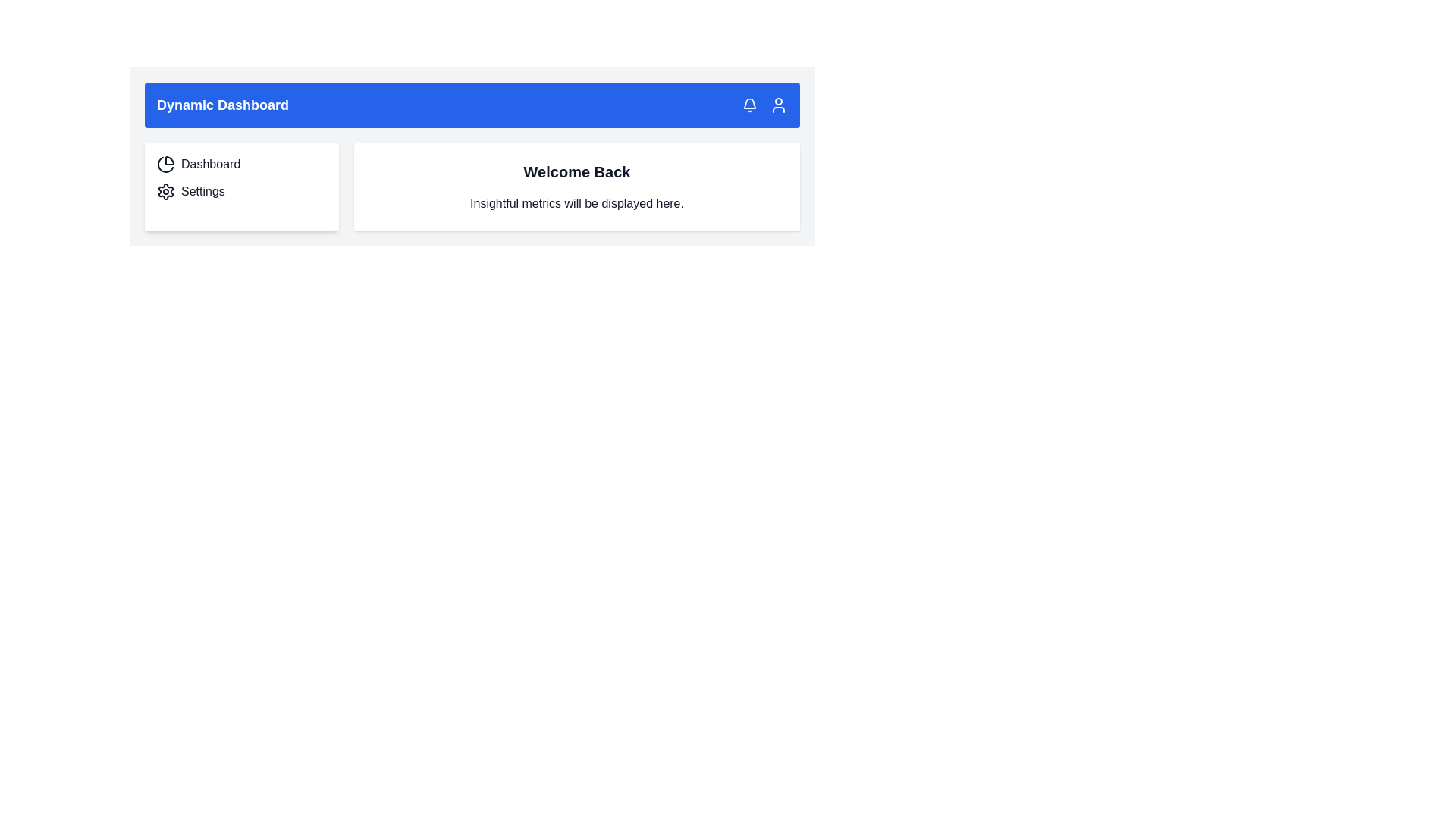 The image size is (1456, 819). Describe the element at coordinates (166, 191) in the screenshot. I see `the gear-shaped icon representing settings located to the left of the 'Settings' text in the menu card` at that location.